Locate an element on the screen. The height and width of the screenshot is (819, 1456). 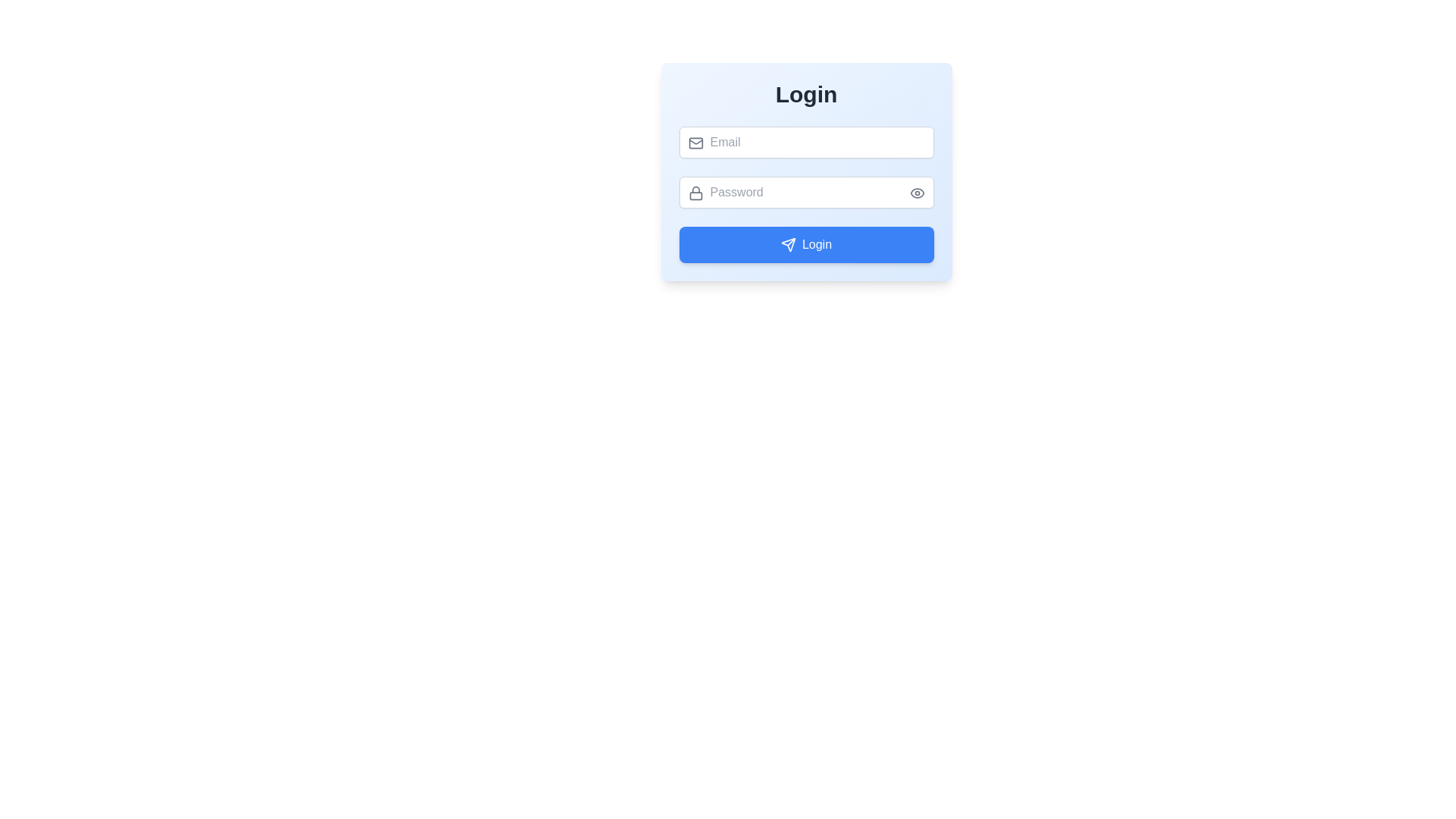
the rectangular envelope icon located to the immediate left of the email input field in the login form, indicating email functionality is located at coordinates (695, 143).